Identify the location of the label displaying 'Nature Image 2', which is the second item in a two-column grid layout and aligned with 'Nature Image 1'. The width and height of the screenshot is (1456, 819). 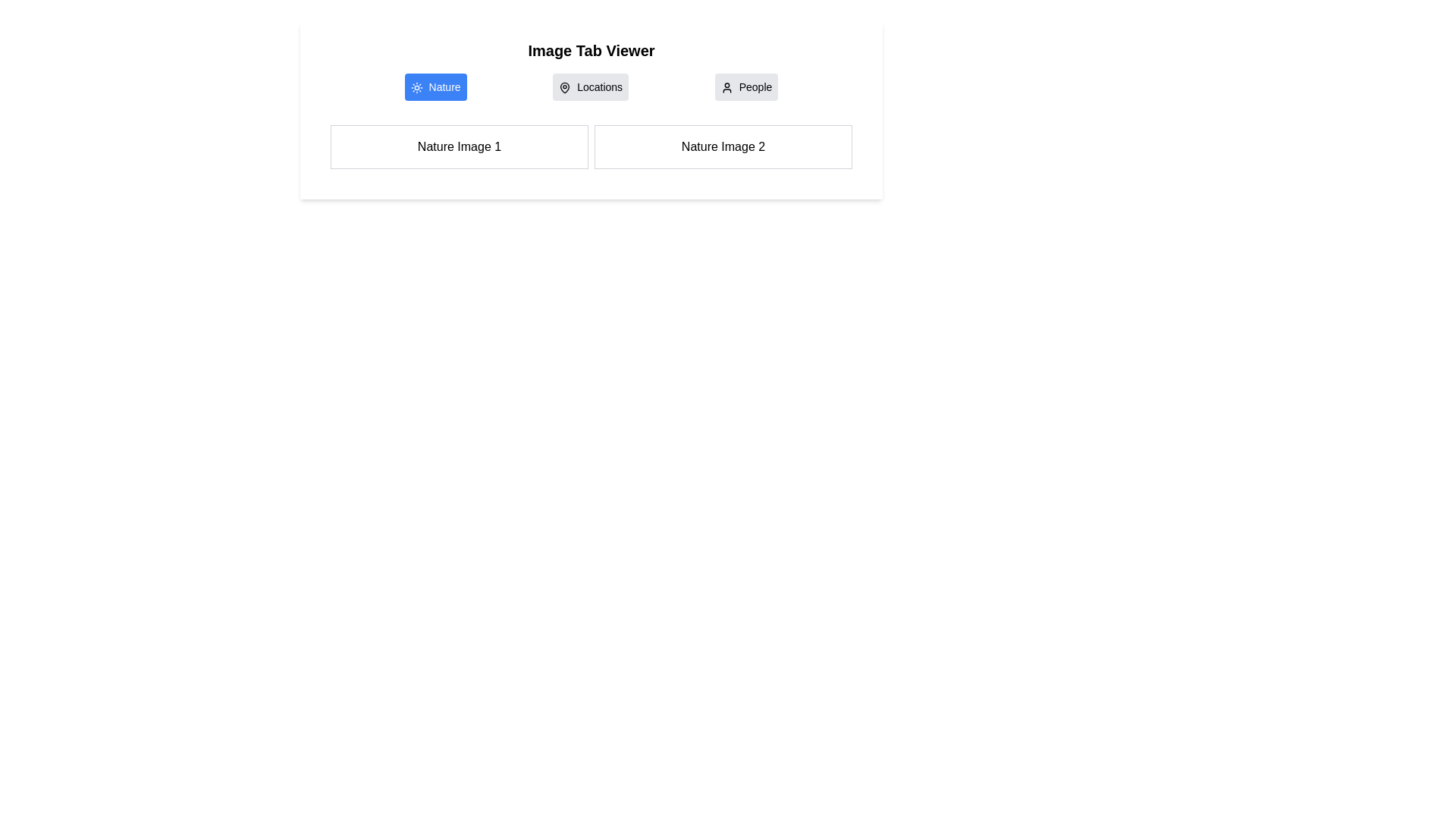
(723, 146).